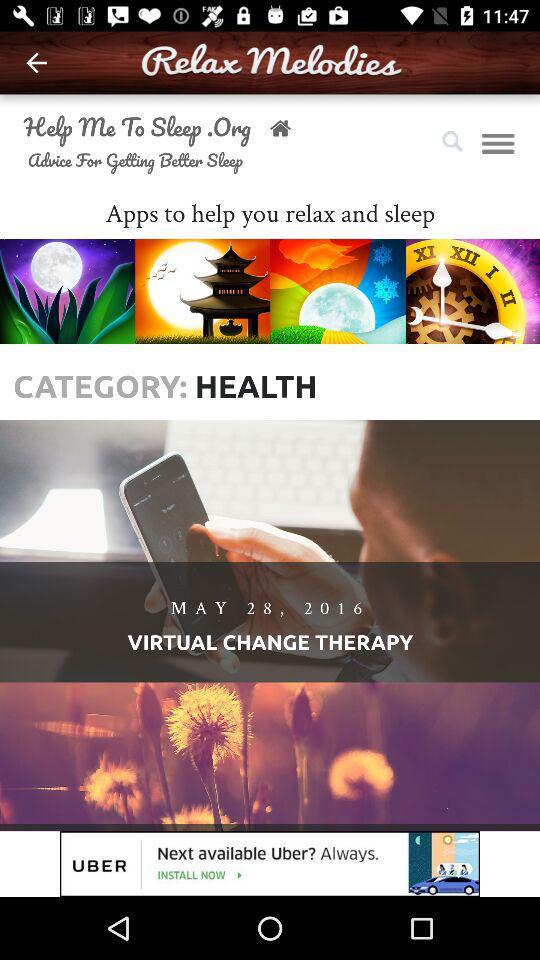 The width and height of the screenshot is (540, 960). I want to click on open advertisement, so click(270, 863).